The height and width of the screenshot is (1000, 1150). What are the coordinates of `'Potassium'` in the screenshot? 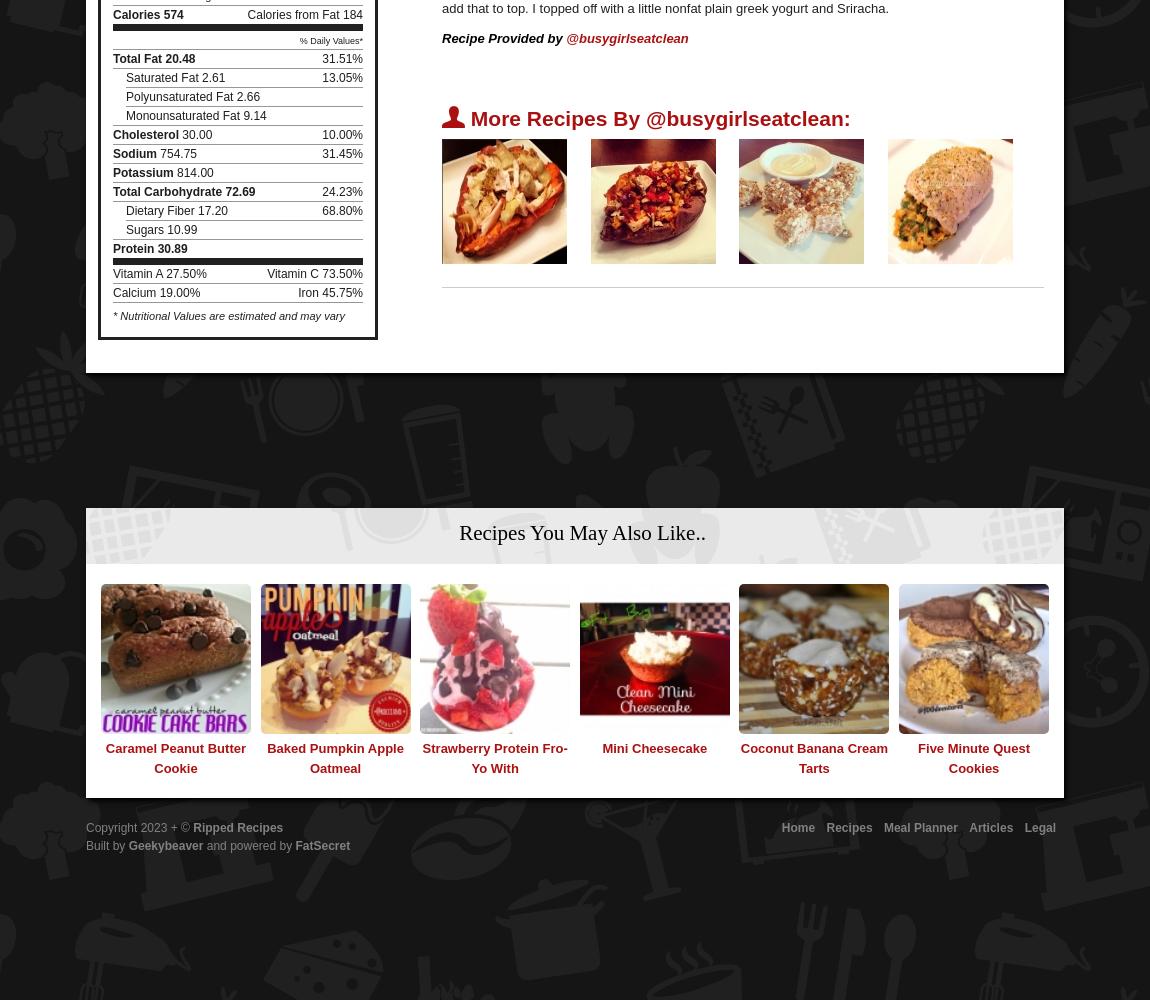 It's located at (112, 173).